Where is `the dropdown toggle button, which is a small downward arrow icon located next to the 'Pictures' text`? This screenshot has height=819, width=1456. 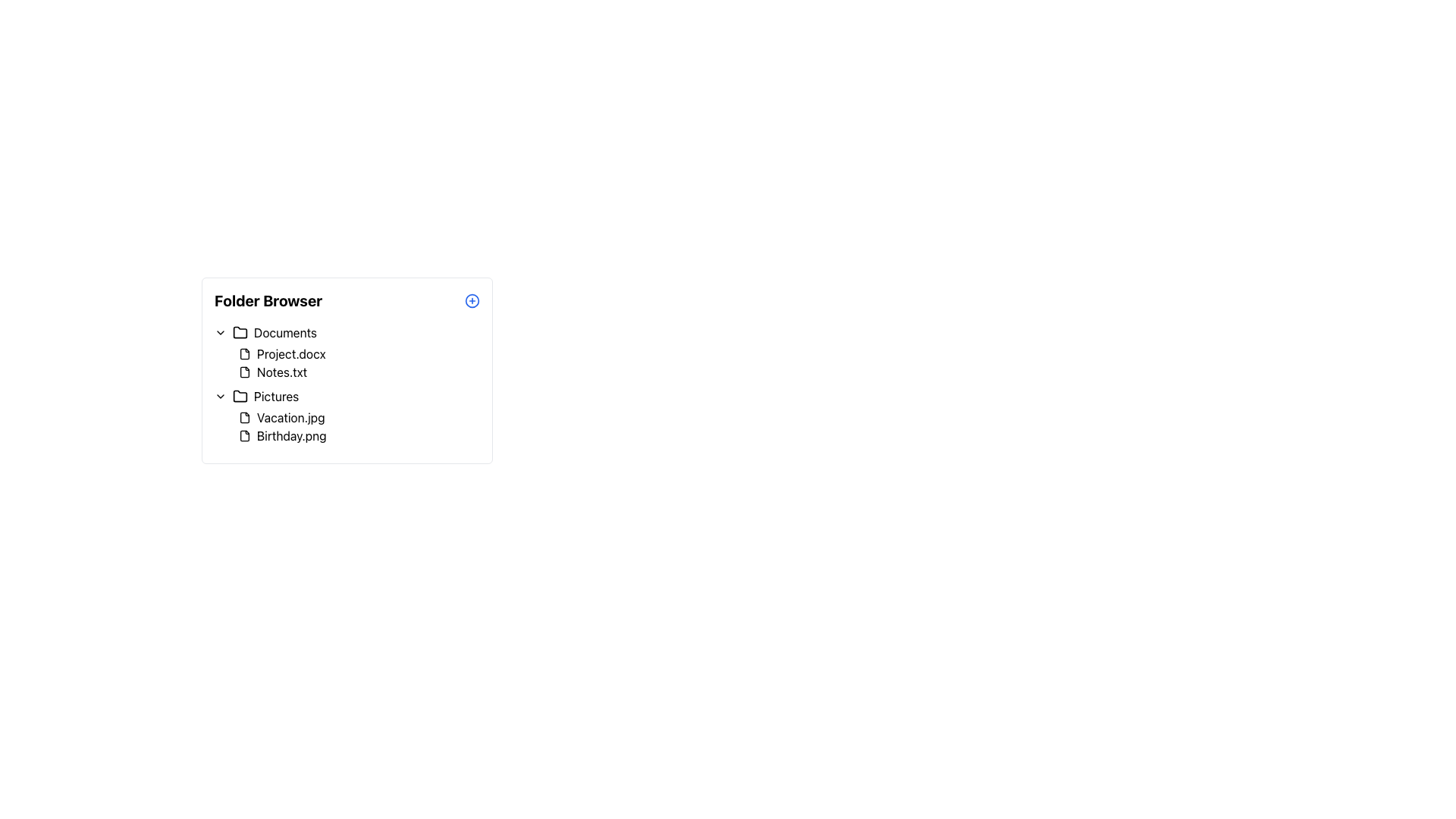 the dropdown toggle button, which is a small downward arrow icon located next to the 'Pictures' text is located at coordinates (220, 396).